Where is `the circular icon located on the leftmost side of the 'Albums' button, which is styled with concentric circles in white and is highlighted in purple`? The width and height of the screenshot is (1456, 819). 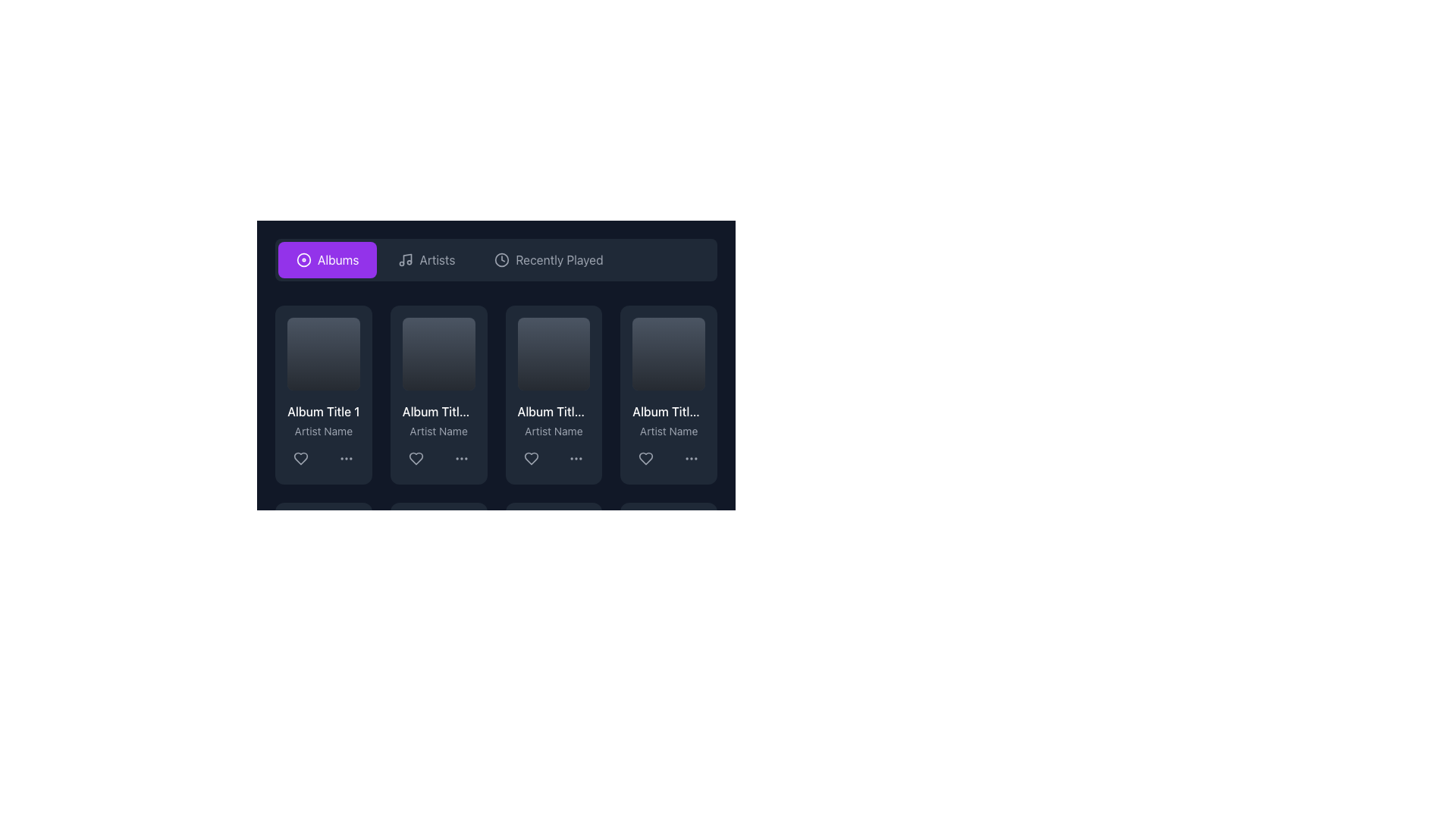
the circular icon located on the leftmost side of the 'Albums' button, which is styled with concentric circles in white and is highlighted in purple is located at coordinates (303, 259).